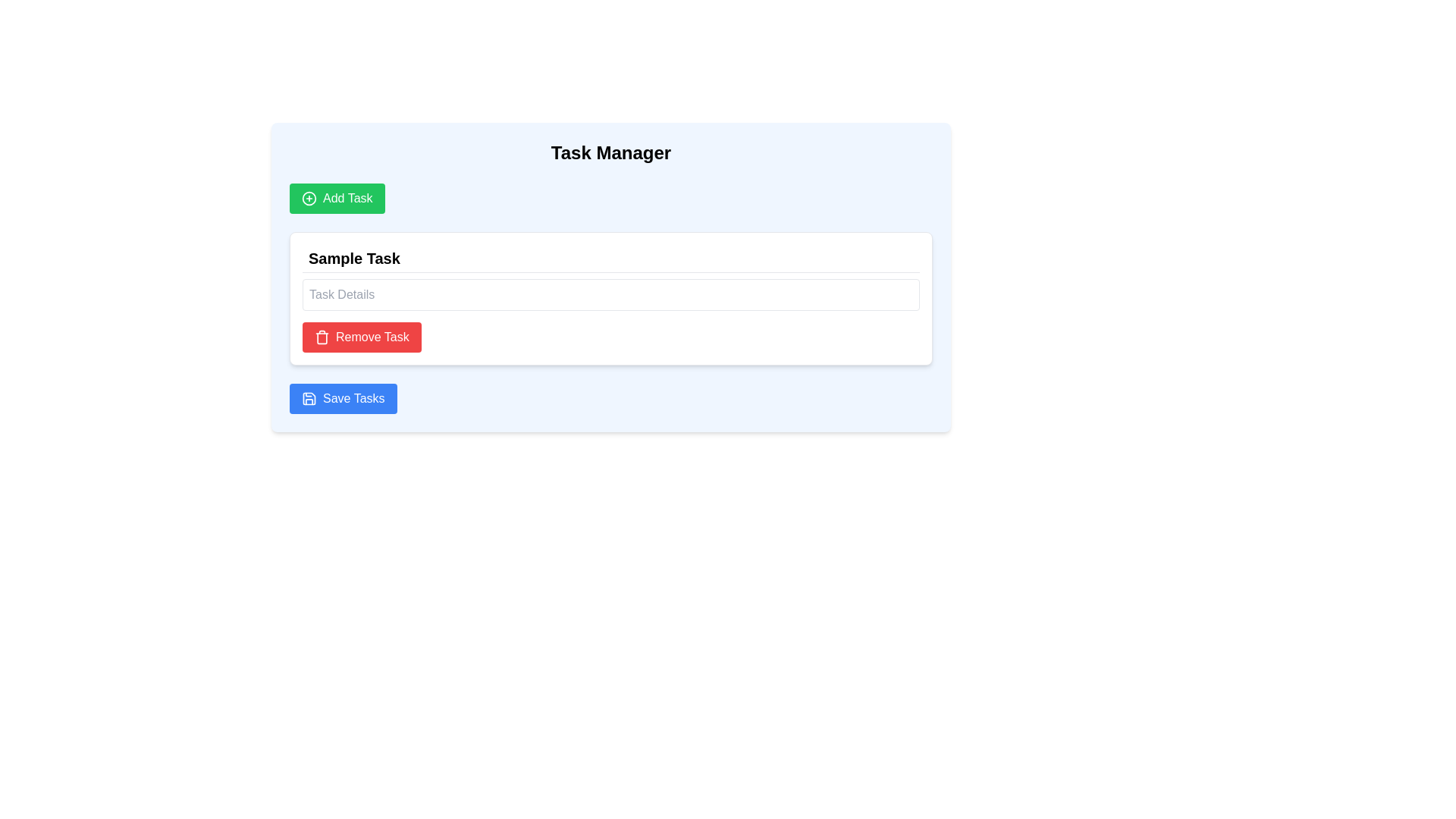 This screenshot has width=1456, height=819. Describe the element at coordinates (361, 336) in the screenshot. I see `the delete button located in the middle section of the view, just below the 'Task Title' and 'Task Details' input fields` at that location.